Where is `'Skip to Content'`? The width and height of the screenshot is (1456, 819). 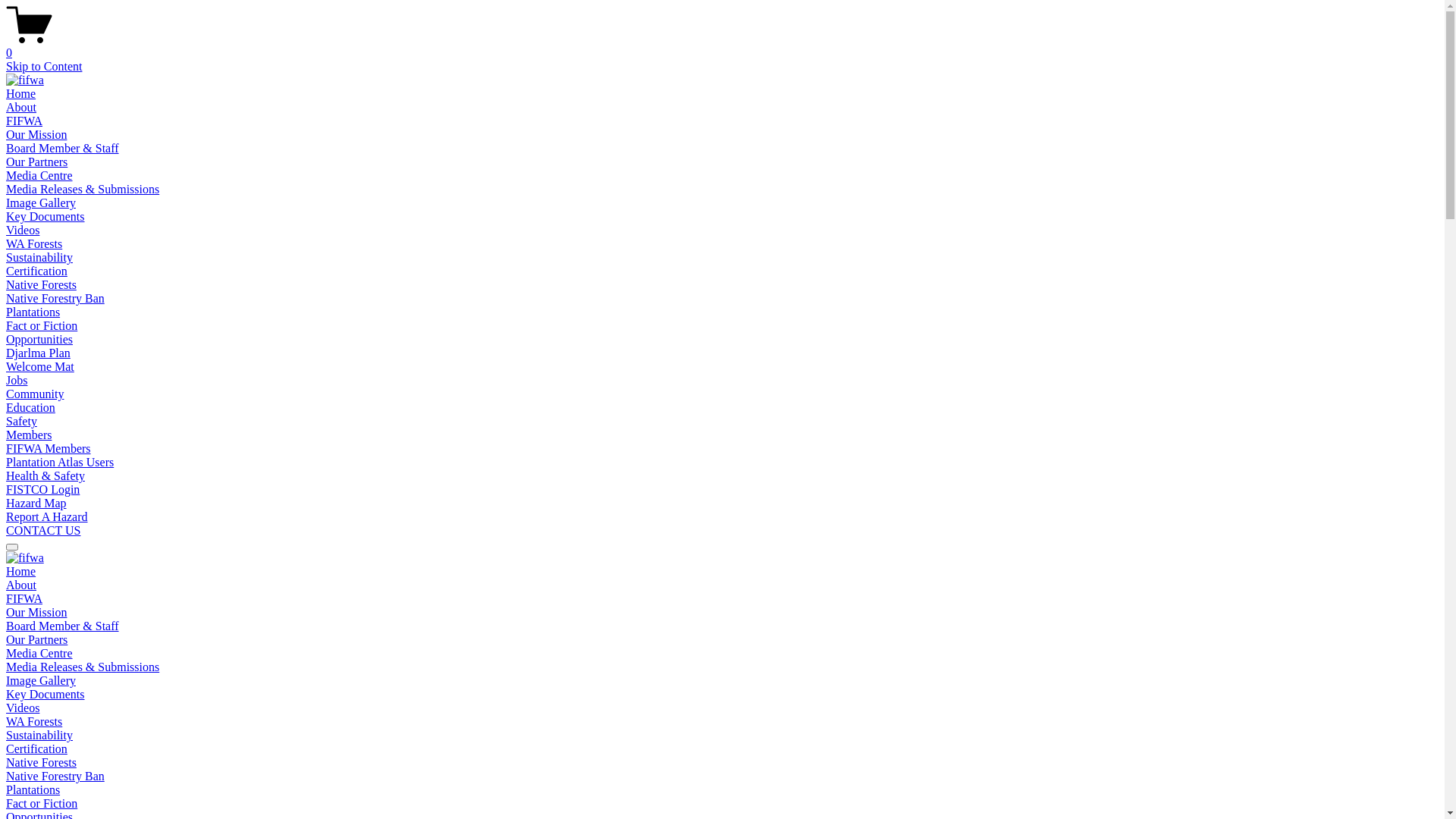
'Skip to Content' is located at coordinates (6, 65).